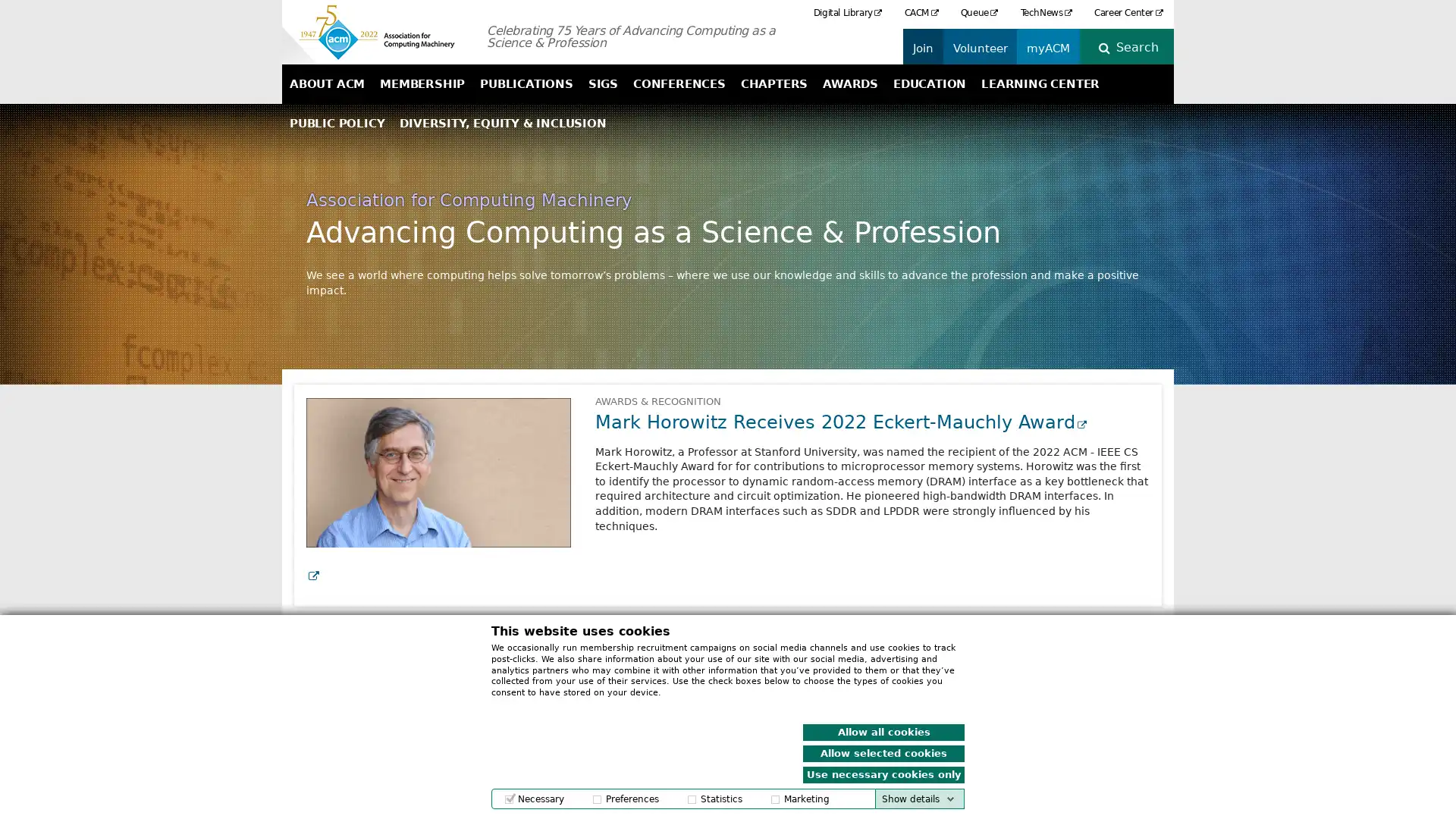  What do you see at coordinates (1142, 46) in the screenshot?
I see `Search Submit` at bounding box center [1142, 46].